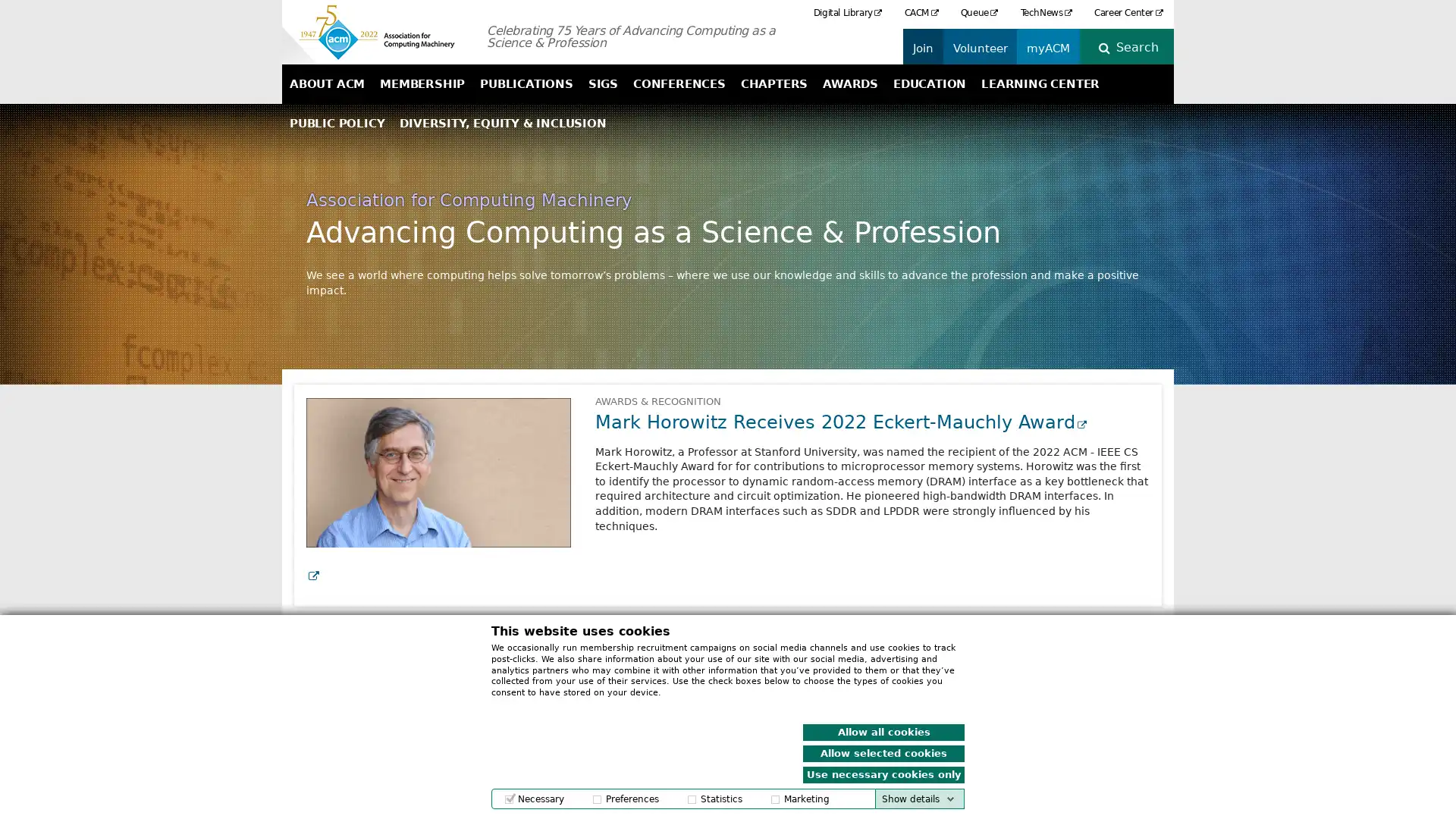  What do you see at coordinates (1142, 46) in the screenshot?
I see `Search Submit` at bounding box center [1142, 46].